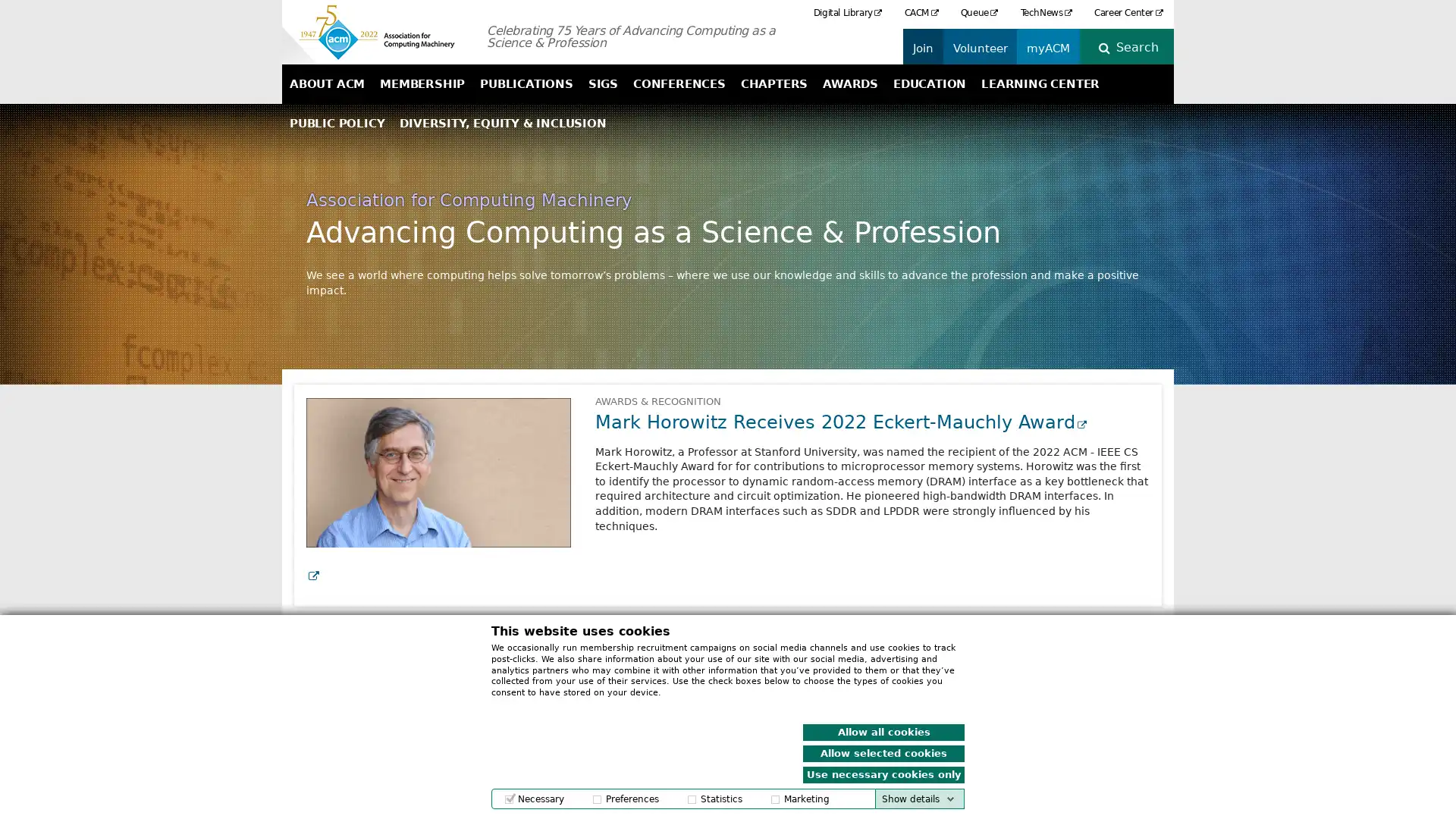  What do you see at coordinates (1142, 46) in the screenshot?
I see `Search Submit` at bounding box center [1142, 46].